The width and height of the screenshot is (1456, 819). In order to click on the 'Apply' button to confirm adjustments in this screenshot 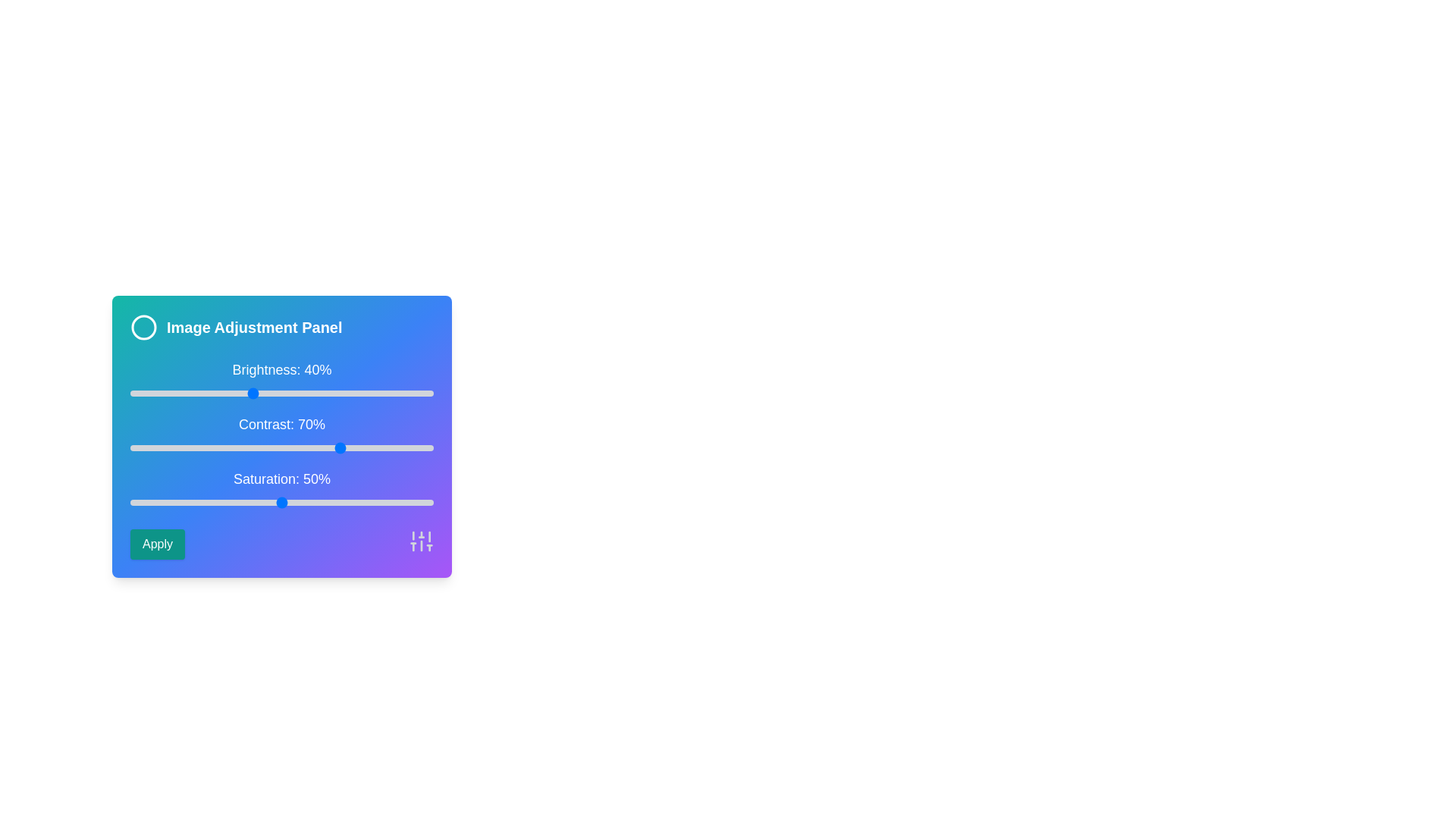, I will do `click(157, 543)`.